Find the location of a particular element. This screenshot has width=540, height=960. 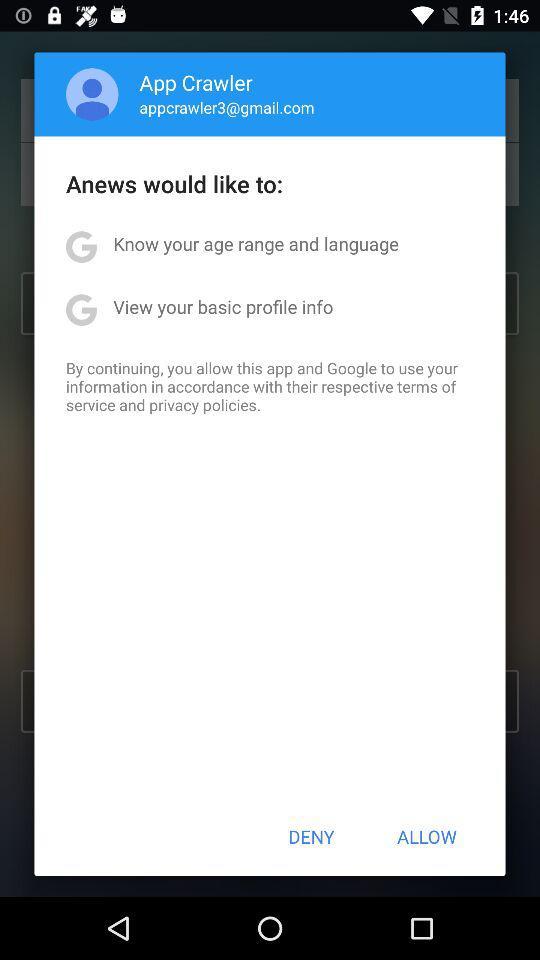

button to the left of allow button is located at coordinates (311, 836).